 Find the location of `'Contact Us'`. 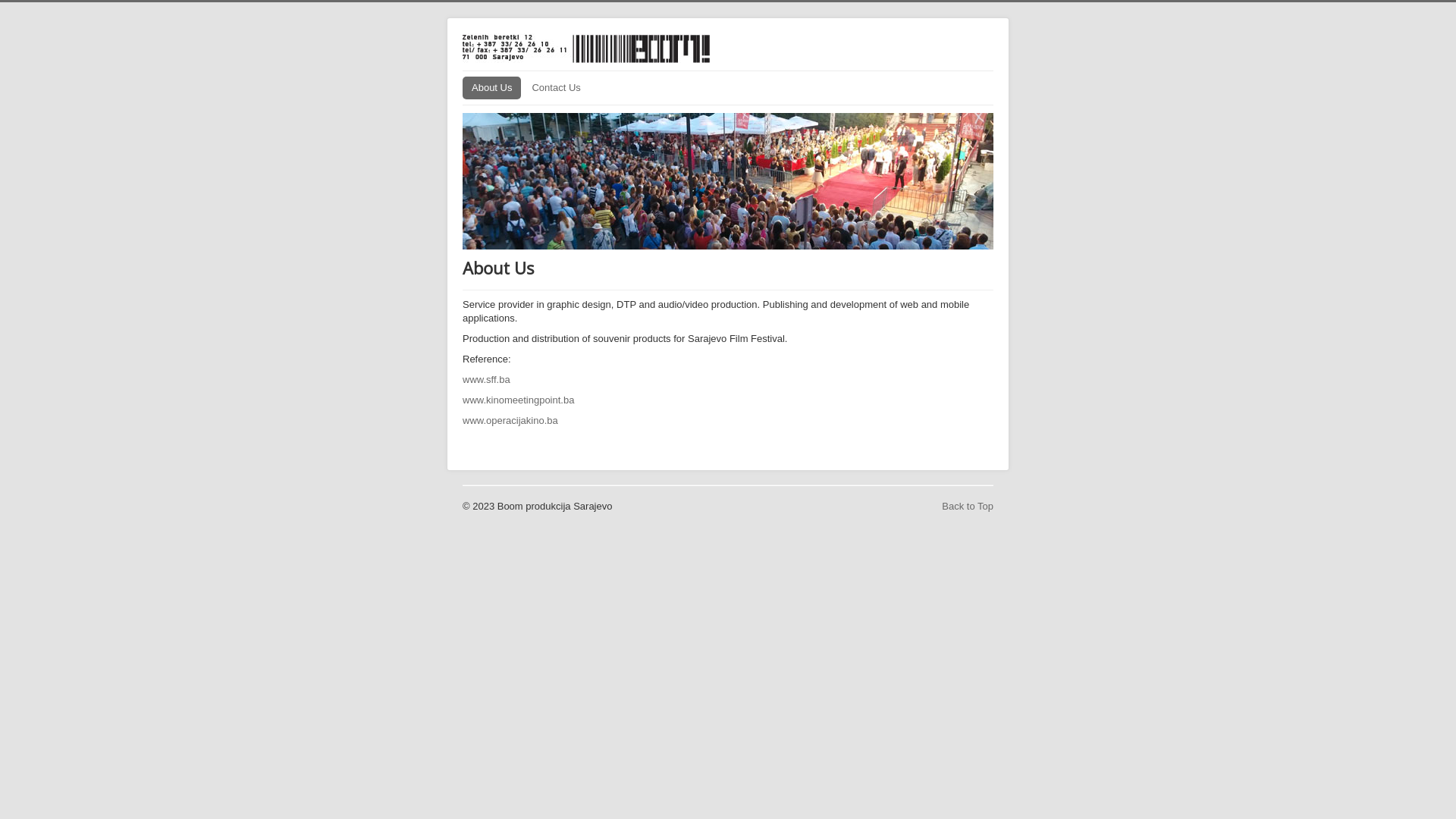

'Contact Us' is located at coordinates (555, 87).